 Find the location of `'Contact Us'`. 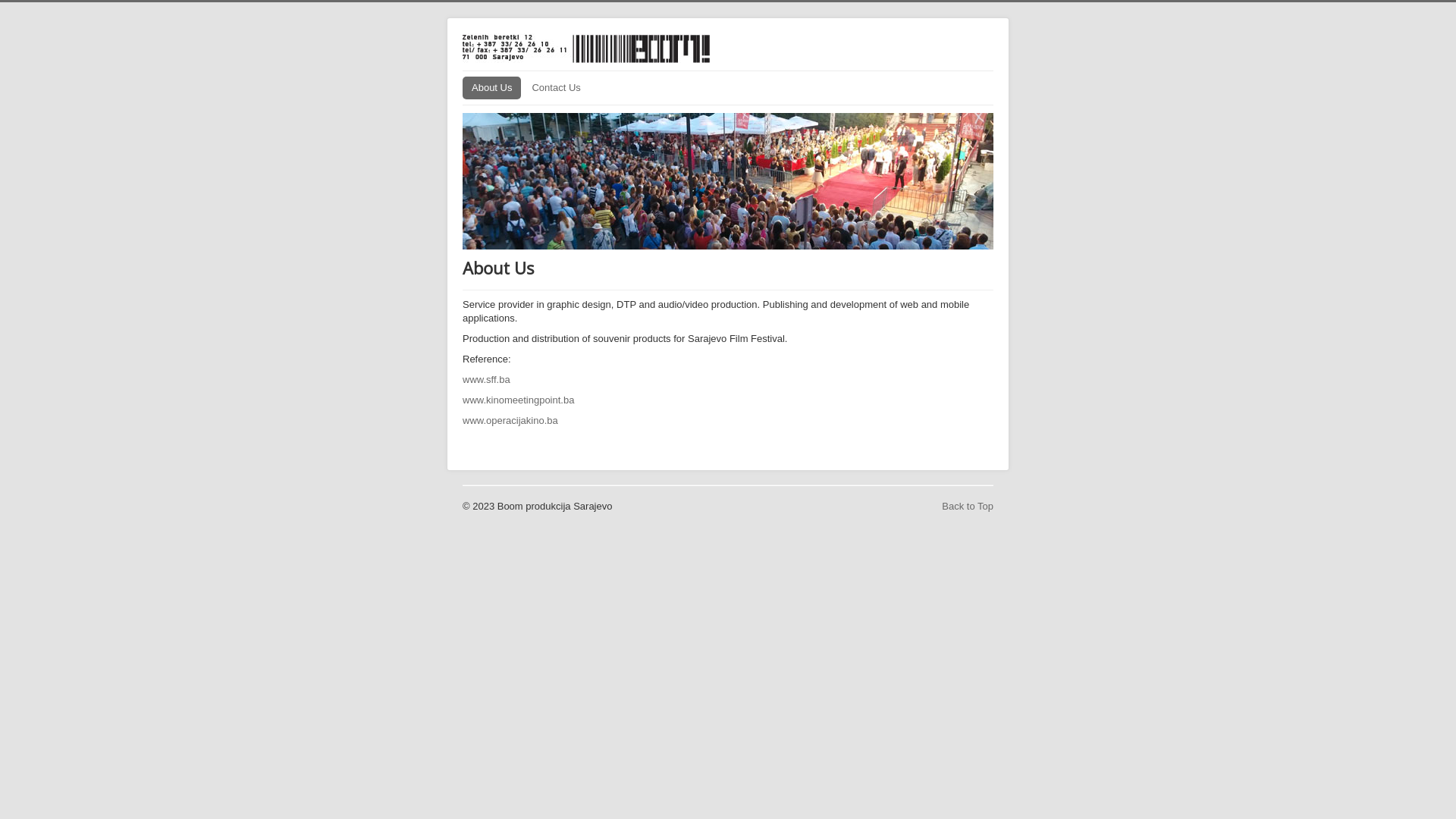

'Contact Us' is located at coordinates (555, 87).